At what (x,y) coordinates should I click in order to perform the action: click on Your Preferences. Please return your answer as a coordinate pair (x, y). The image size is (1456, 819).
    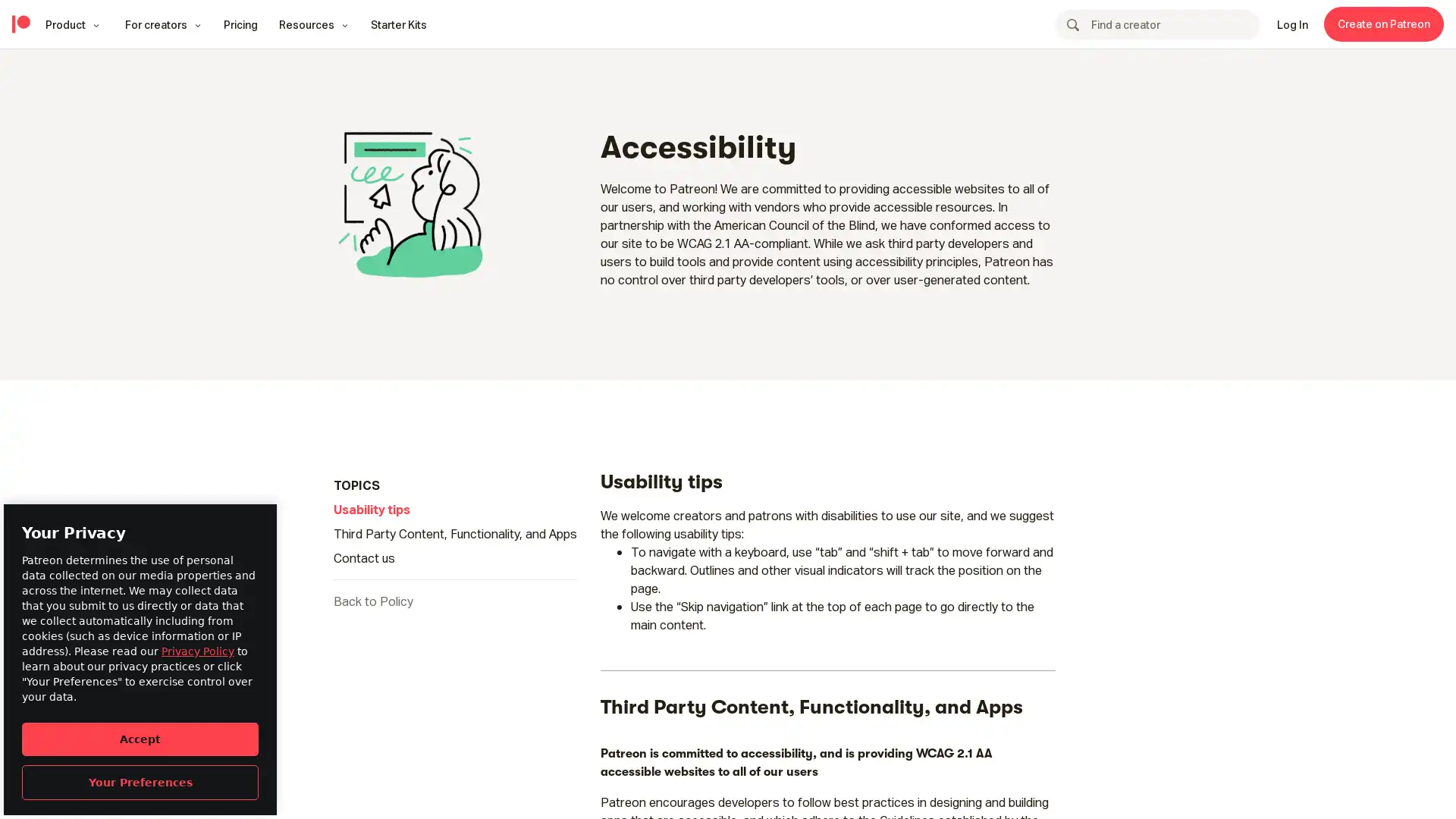
    Looking at the image, I should click on (140, 782).